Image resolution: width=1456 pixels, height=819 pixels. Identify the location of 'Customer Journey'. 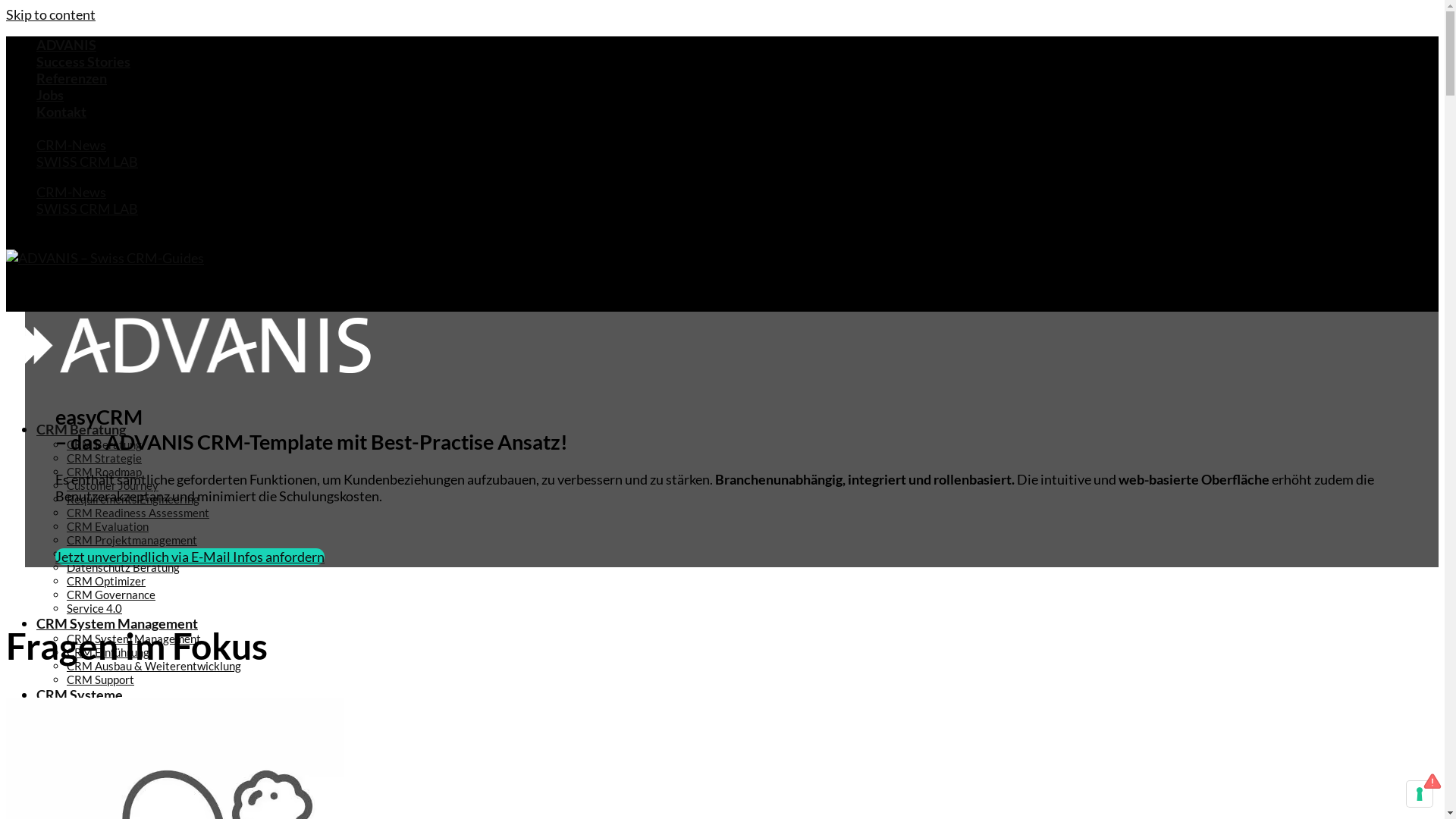
(111, 485).